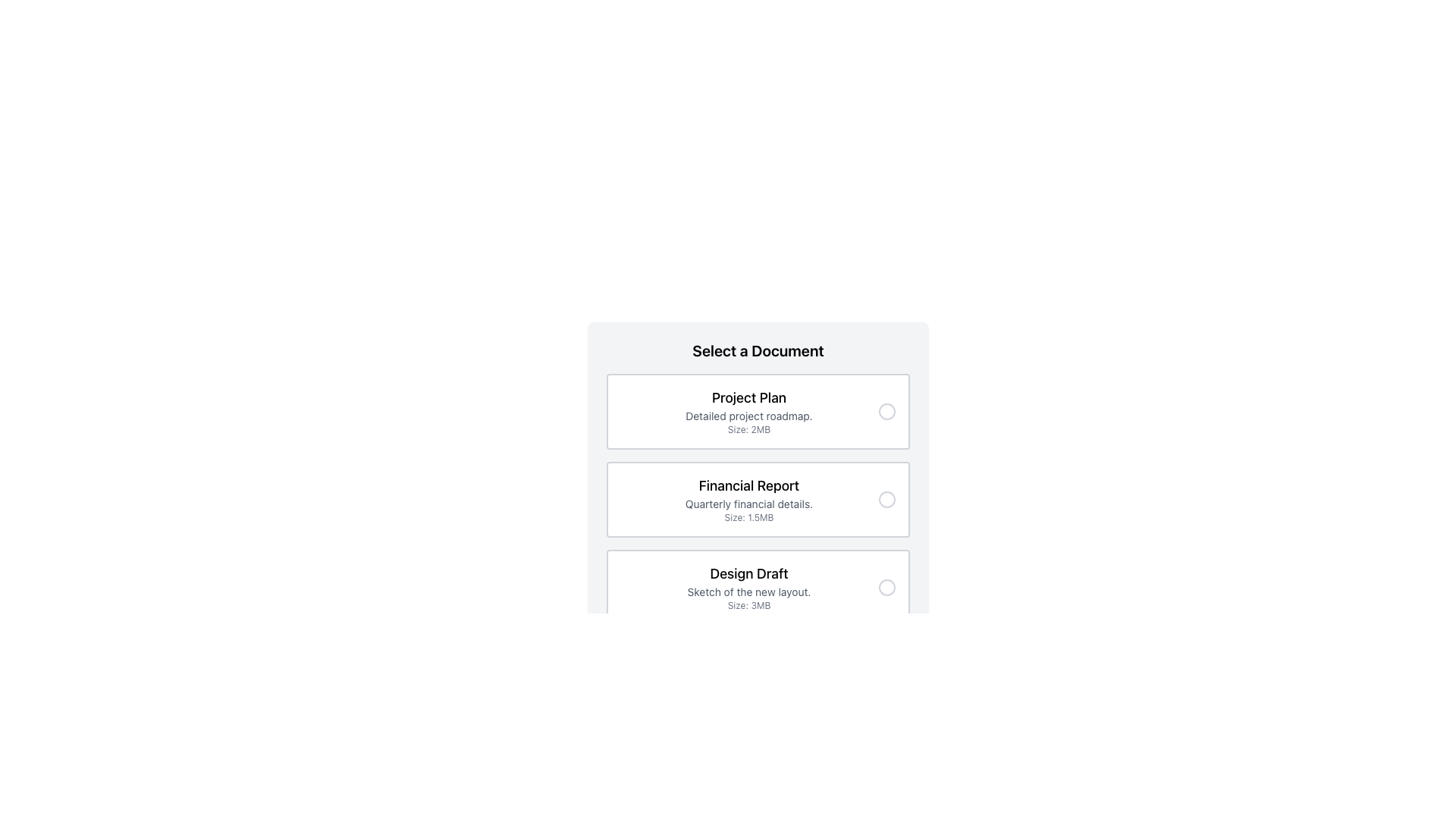 The height and width of the screenshot is (819, 1456). Describe the element at coordinates (758, 500) in the screenshot. I see `the 'Financial Report' document option in the selectable list` at that location.